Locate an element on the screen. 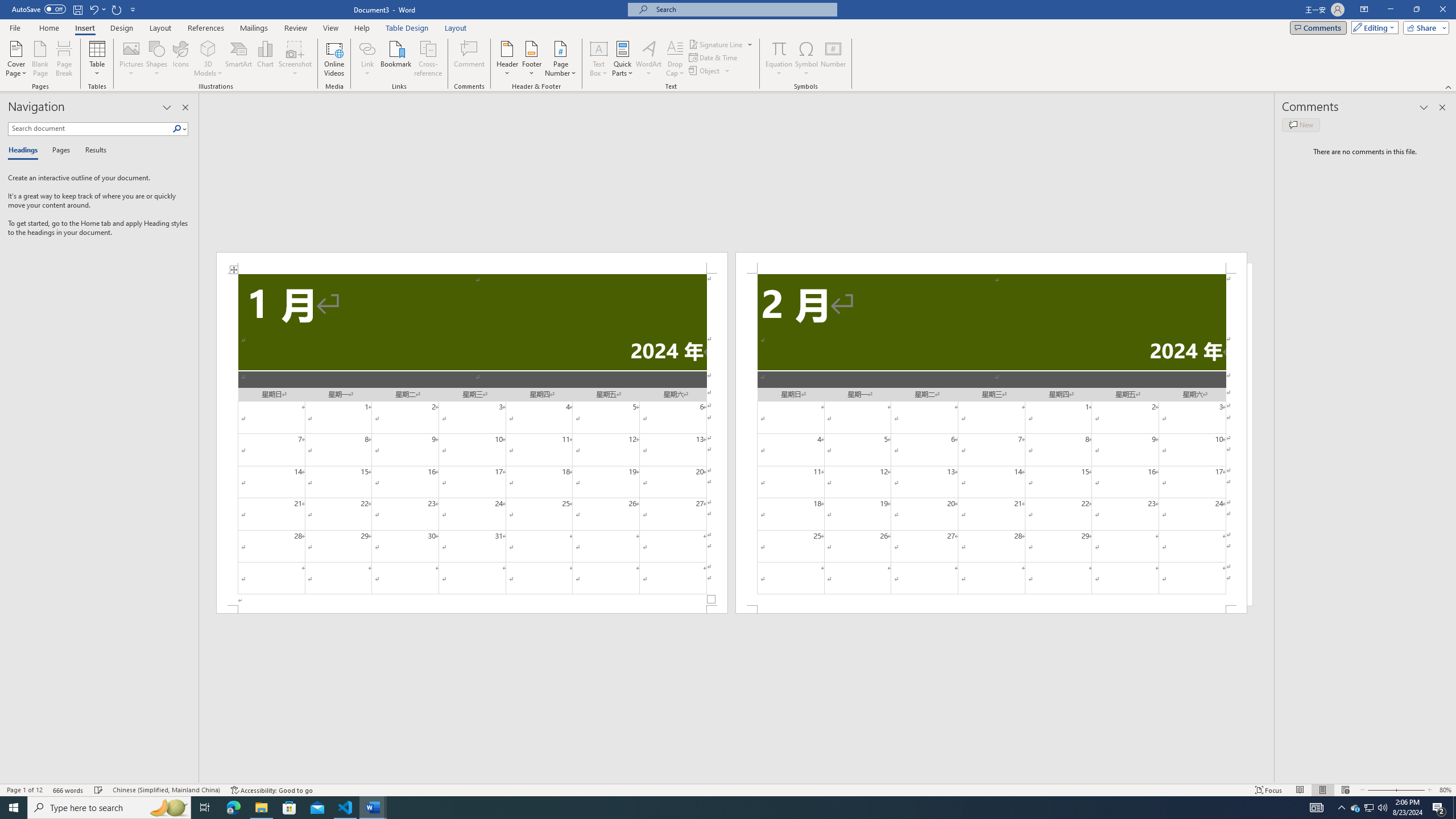 Image resolution: width=1456 pixels, height=819 pixels. 'Cover Page' is located at coordinates (16, 59).